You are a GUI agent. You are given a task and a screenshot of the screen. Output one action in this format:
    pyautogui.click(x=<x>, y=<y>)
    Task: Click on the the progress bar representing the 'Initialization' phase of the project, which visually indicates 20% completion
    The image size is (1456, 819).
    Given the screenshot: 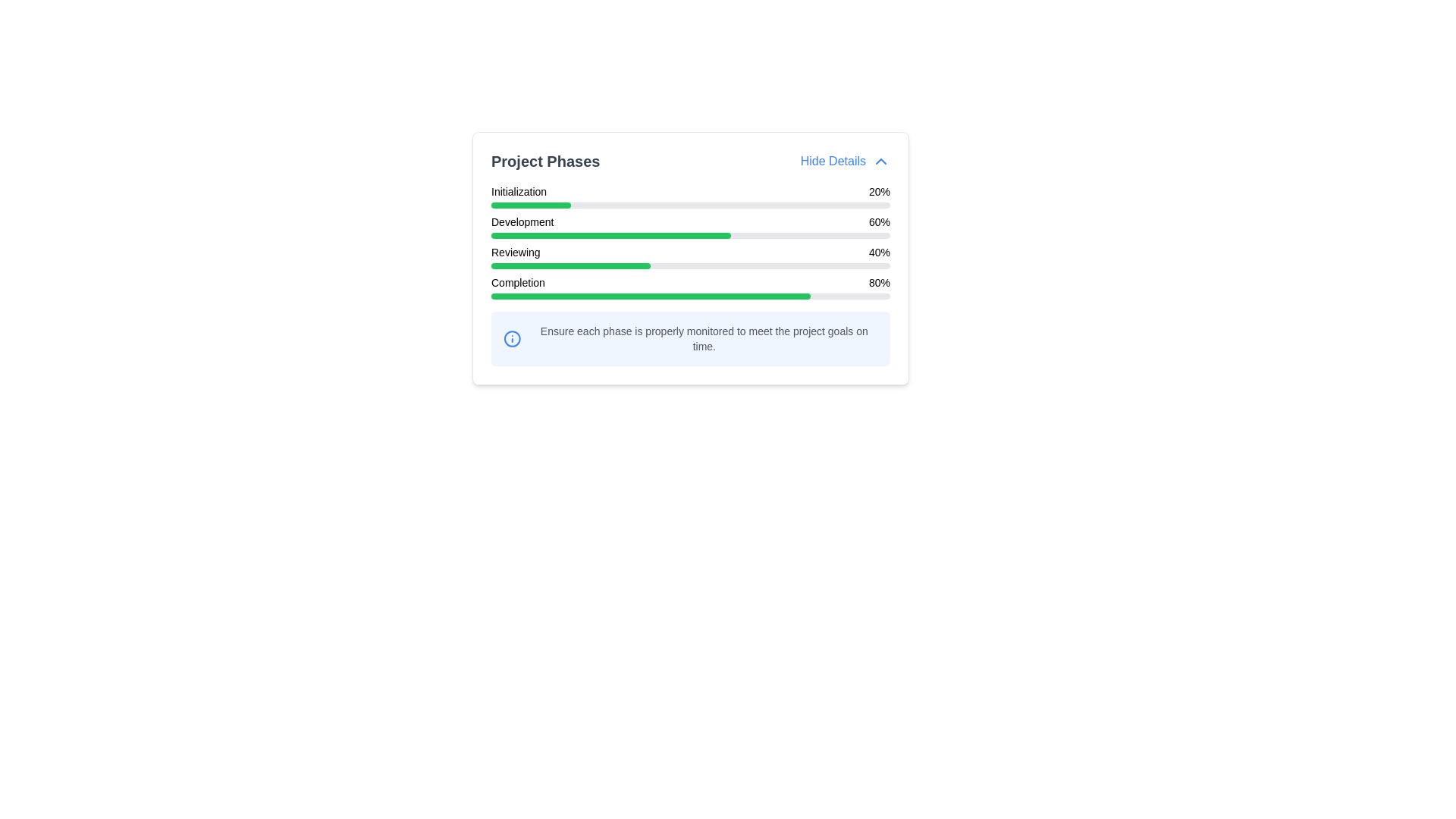 What is the action you would take?
    pyautogui.click(x=690, y=205)
    